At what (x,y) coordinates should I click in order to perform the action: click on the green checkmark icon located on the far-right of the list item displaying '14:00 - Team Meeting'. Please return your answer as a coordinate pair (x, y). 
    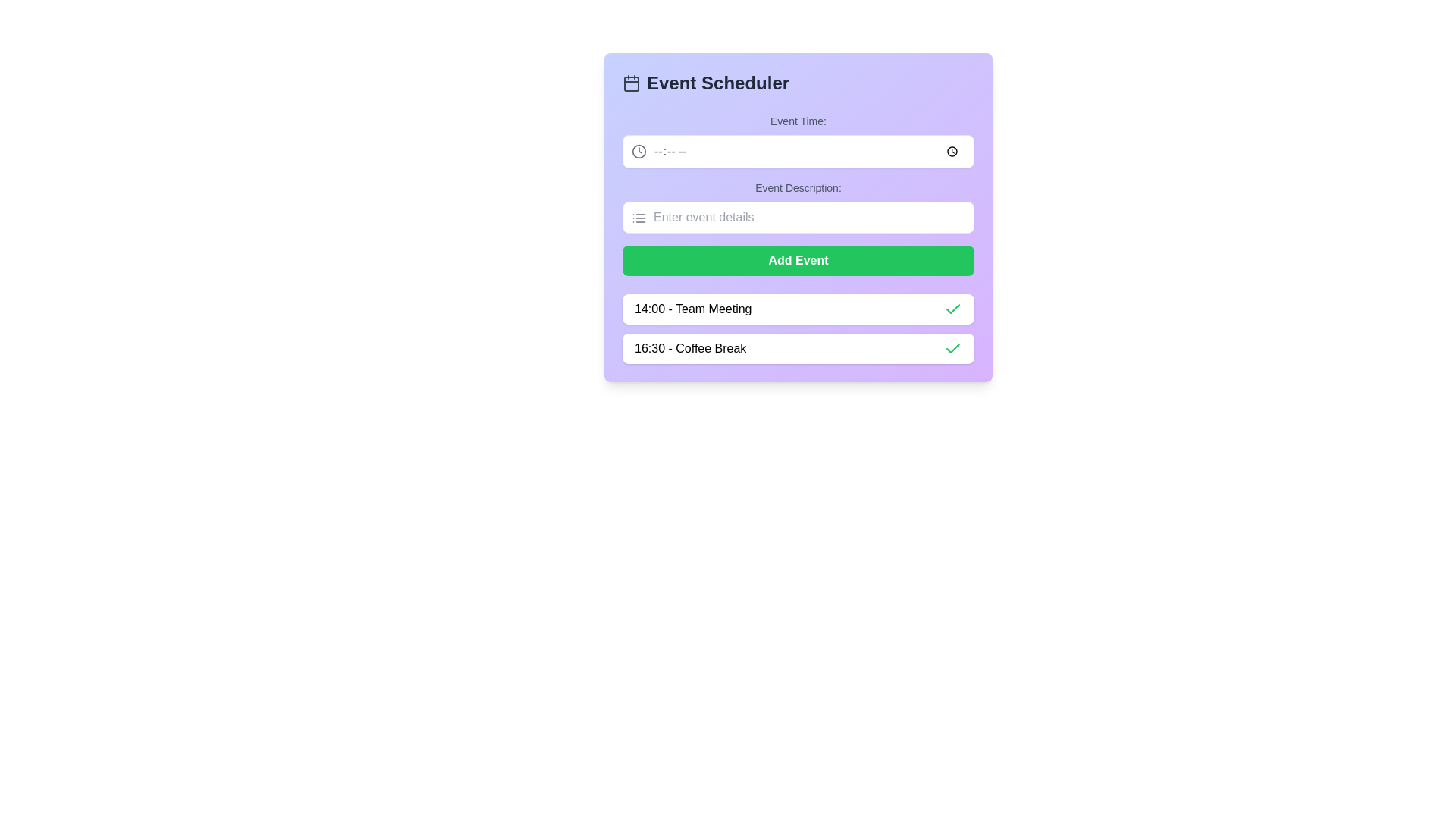
    Looking at the image, I should click on (952, 309).